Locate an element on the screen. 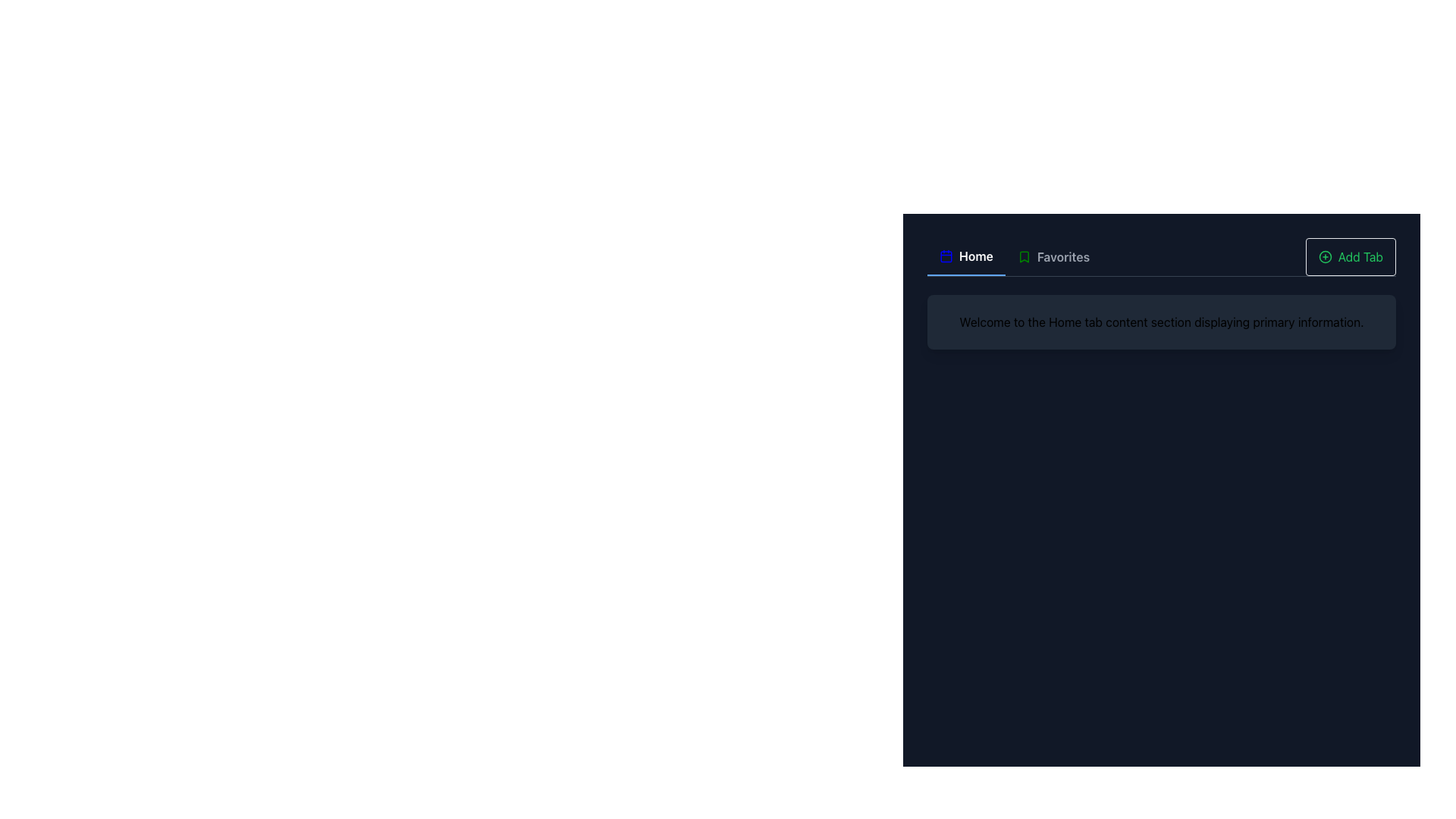 This screenshot has width=1456, height=819. the circular icon with a plus symbol inside it, which is part of the 'Add Tab' button is located at coordinates (1324, 256).